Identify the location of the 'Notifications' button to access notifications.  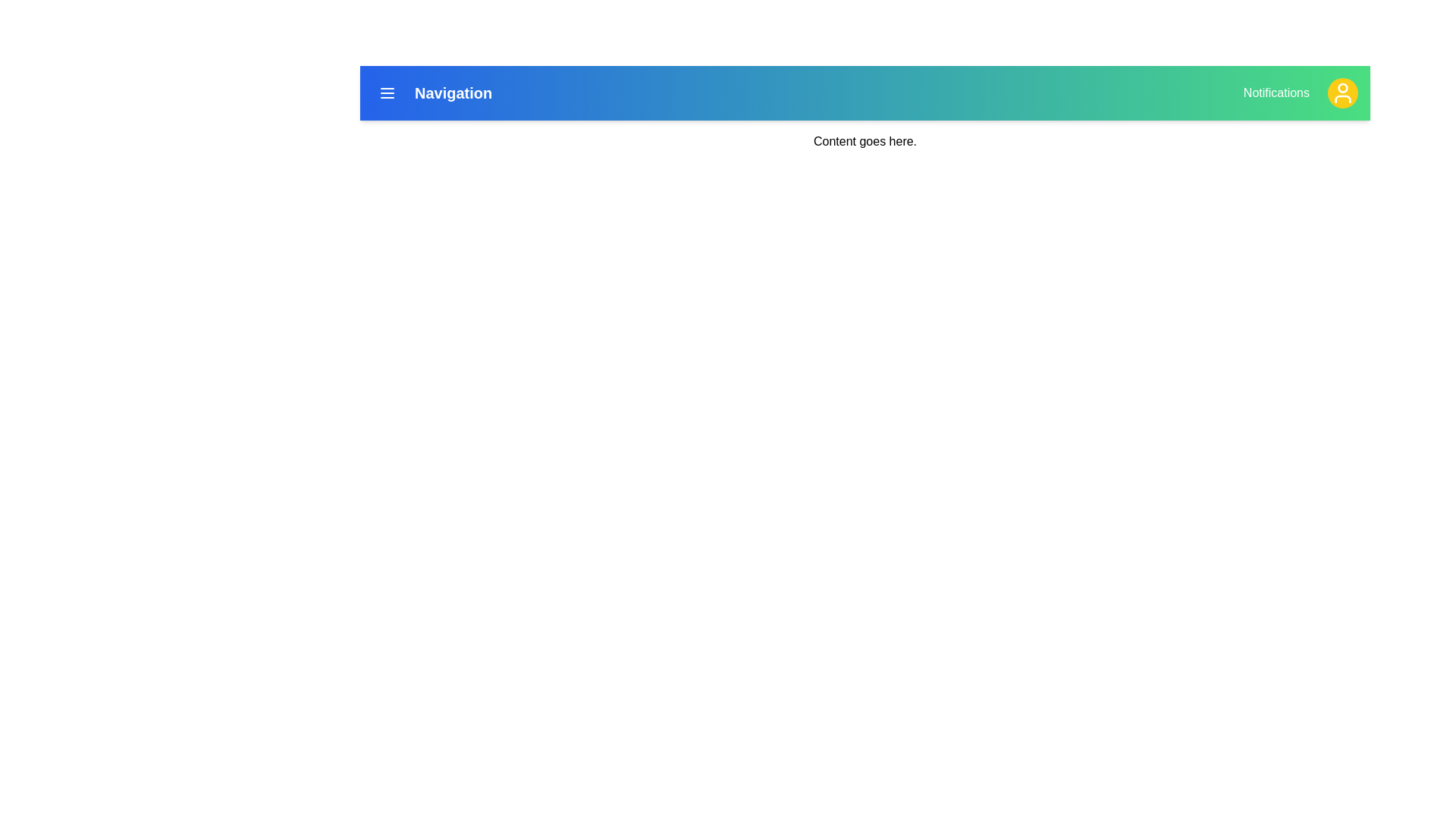
(1276, 93).